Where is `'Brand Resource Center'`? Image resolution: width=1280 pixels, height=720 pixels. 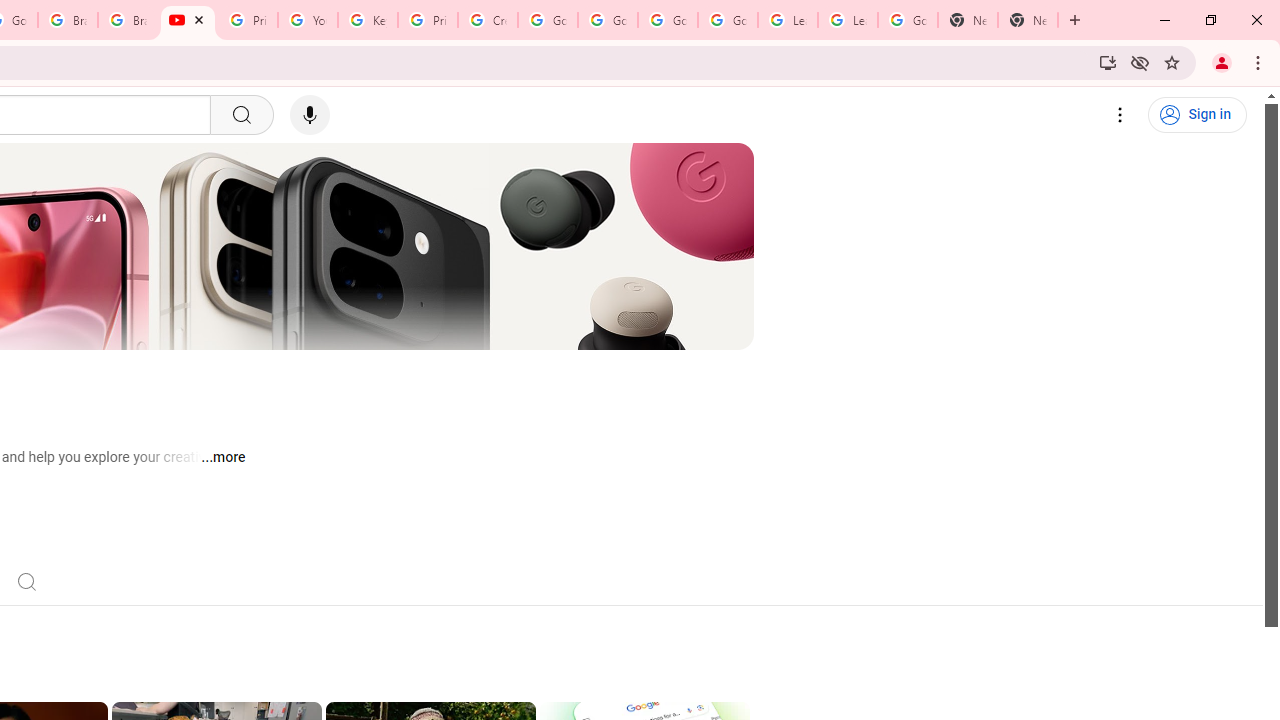 'Brand Resource Center' is located at coordinates (68, 20).